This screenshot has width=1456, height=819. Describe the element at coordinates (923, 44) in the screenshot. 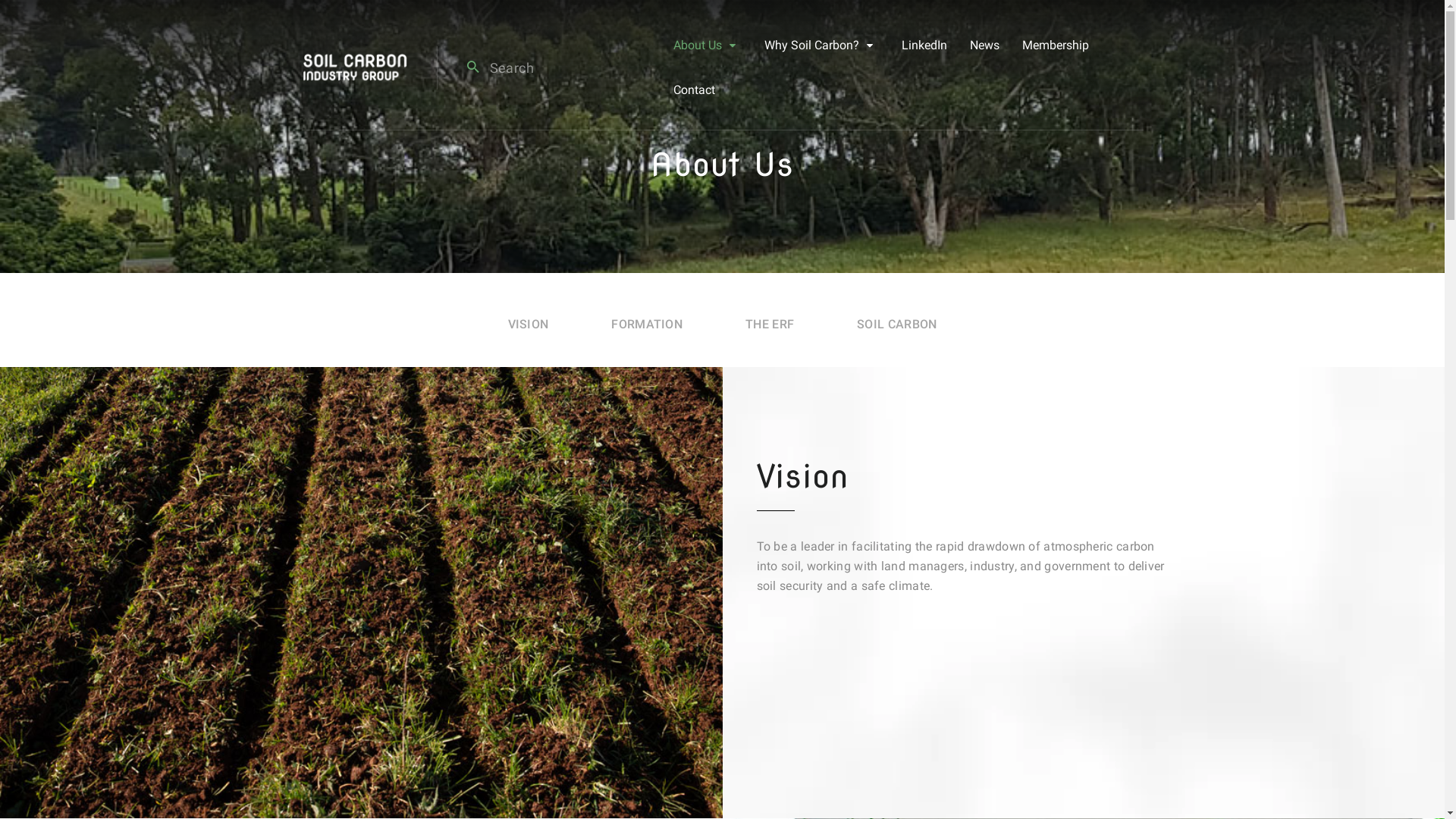

I see `'LinkedIn'` at that location.